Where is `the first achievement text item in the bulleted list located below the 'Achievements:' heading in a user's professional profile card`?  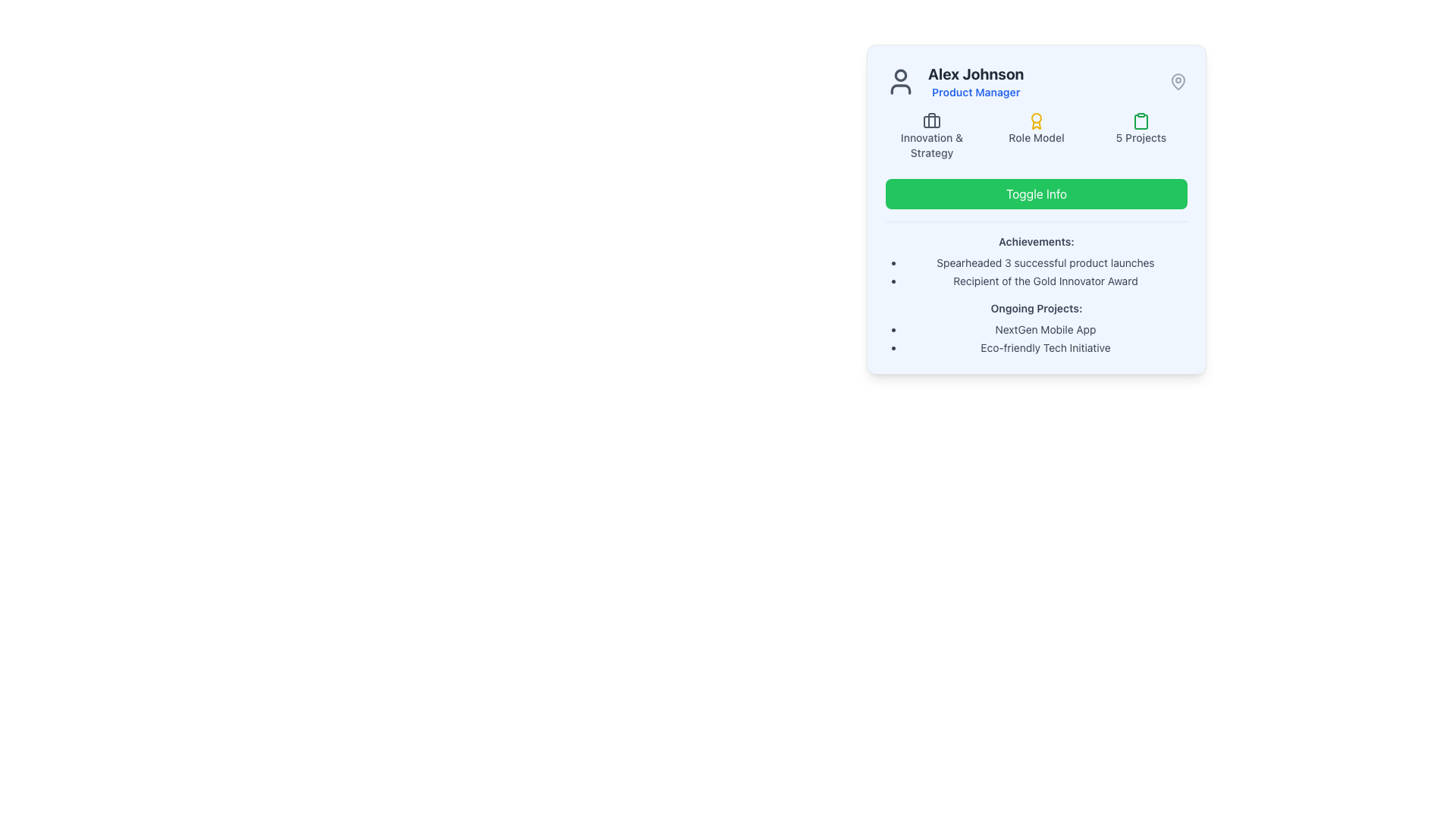
the first achievement text item in the bulleted list located below the 'Achievements:' heading in a user's professional profile card is located at coordinates (1044, 262).